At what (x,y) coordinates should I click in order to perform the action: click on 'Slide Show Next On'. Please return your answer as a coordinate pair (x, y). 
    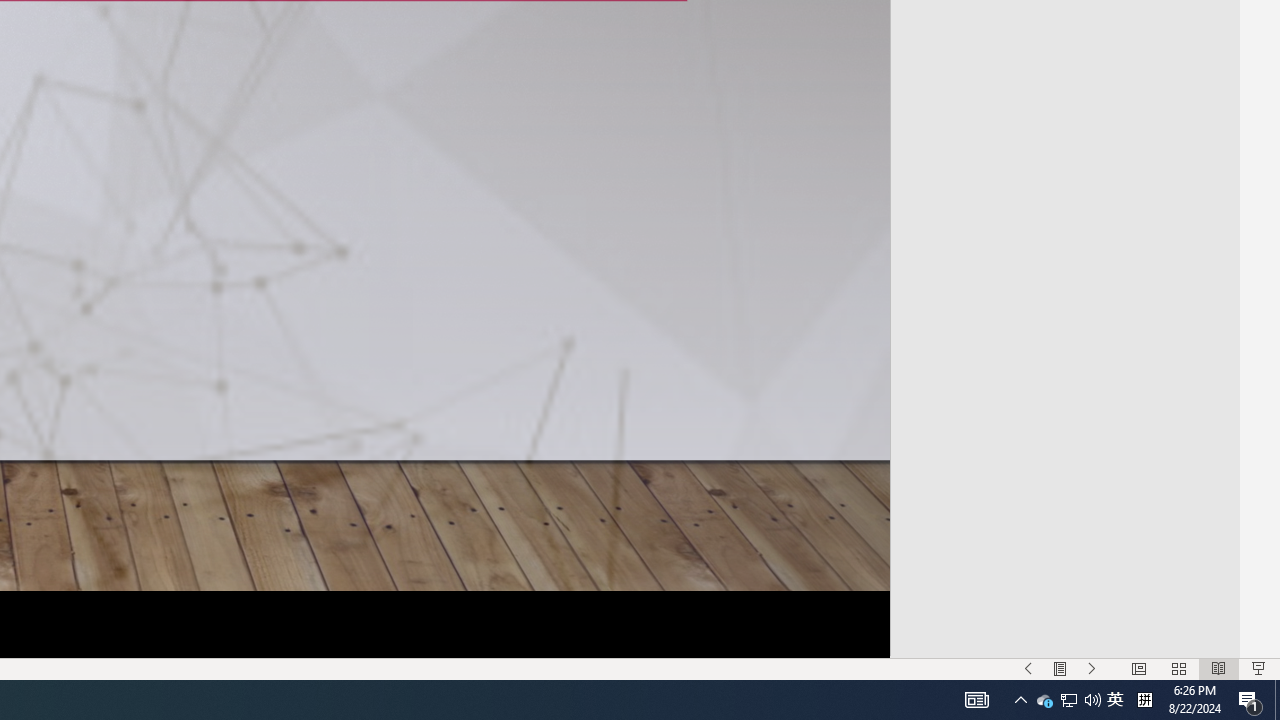
    Looking at the image, I should click on (1091, 669).